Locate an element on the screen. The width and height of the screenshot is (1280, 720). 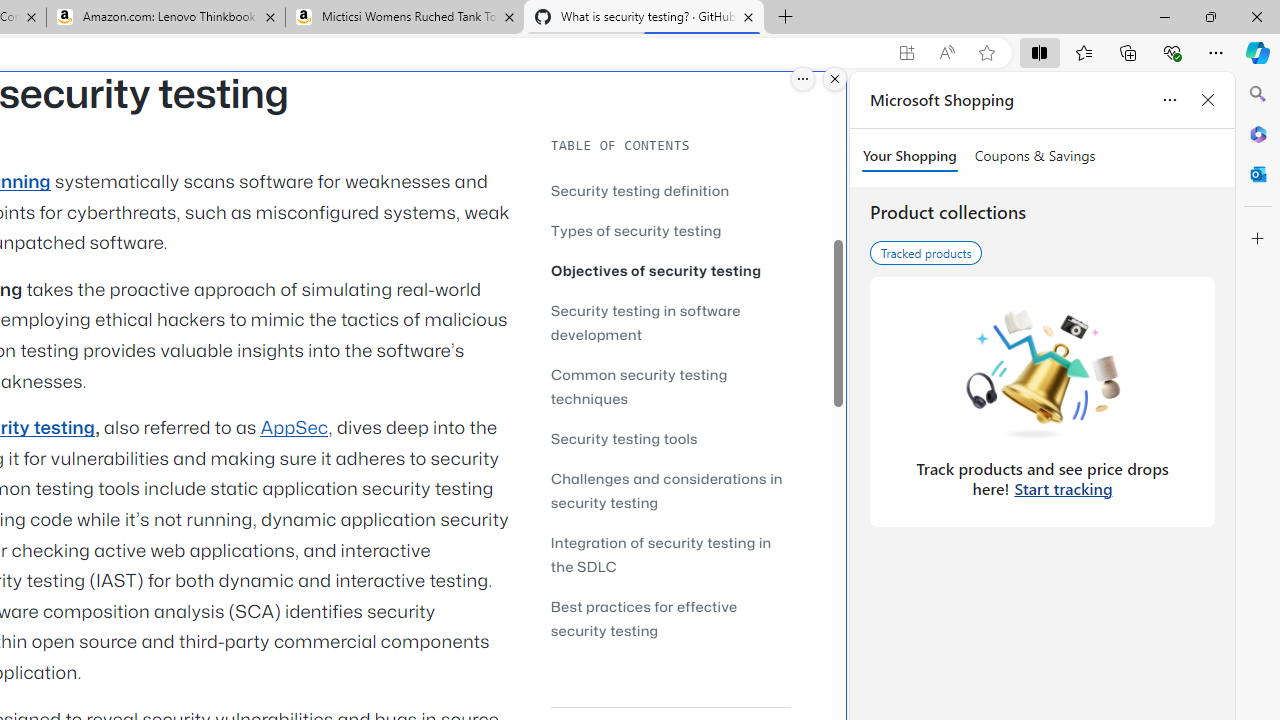
'App available. Install GitHub' is located at coordinates (905, 52).